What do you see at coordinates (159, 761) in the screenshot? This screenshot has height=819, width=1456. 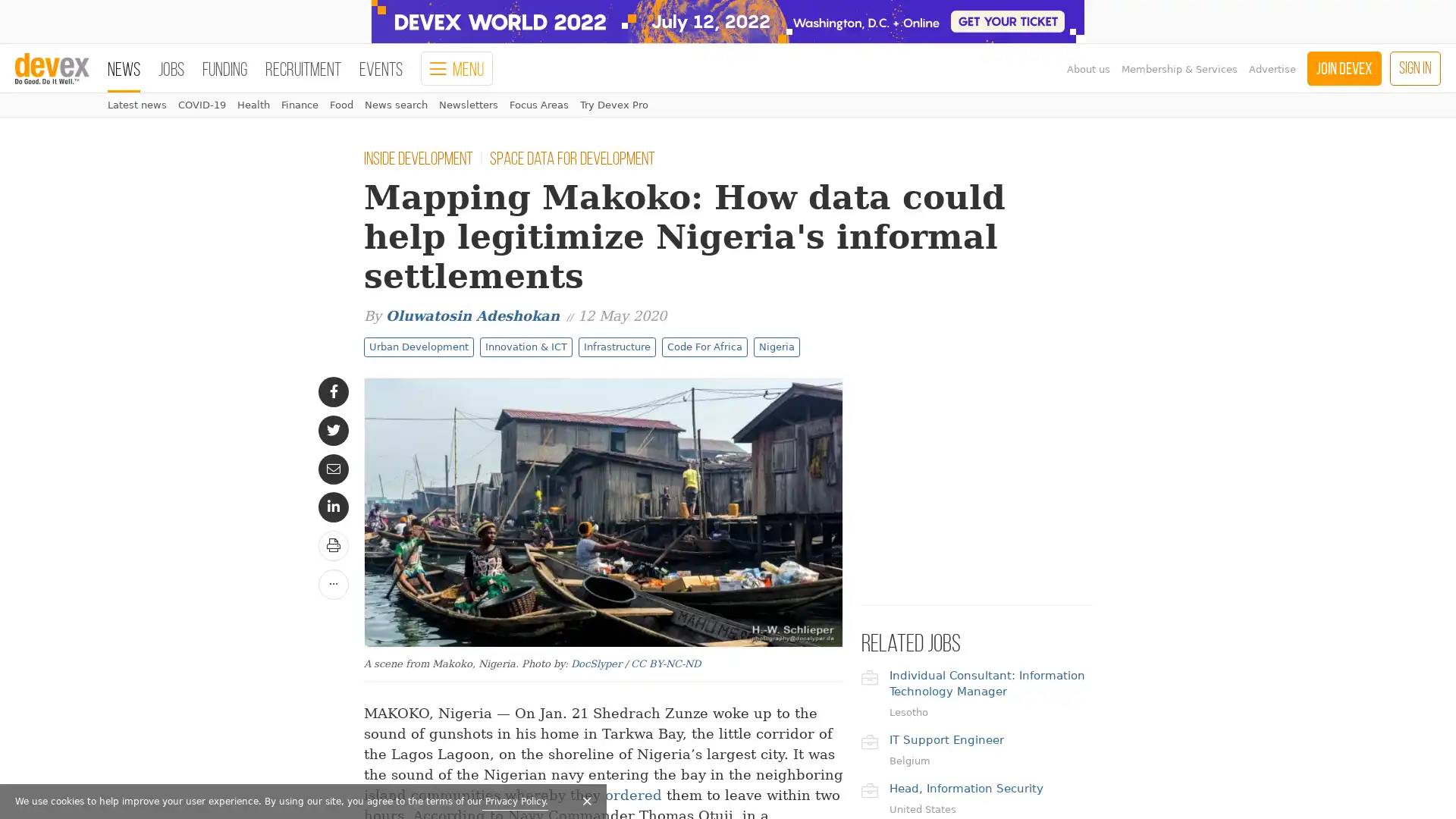 I see `Sign up` at bounding box center [159, 761].